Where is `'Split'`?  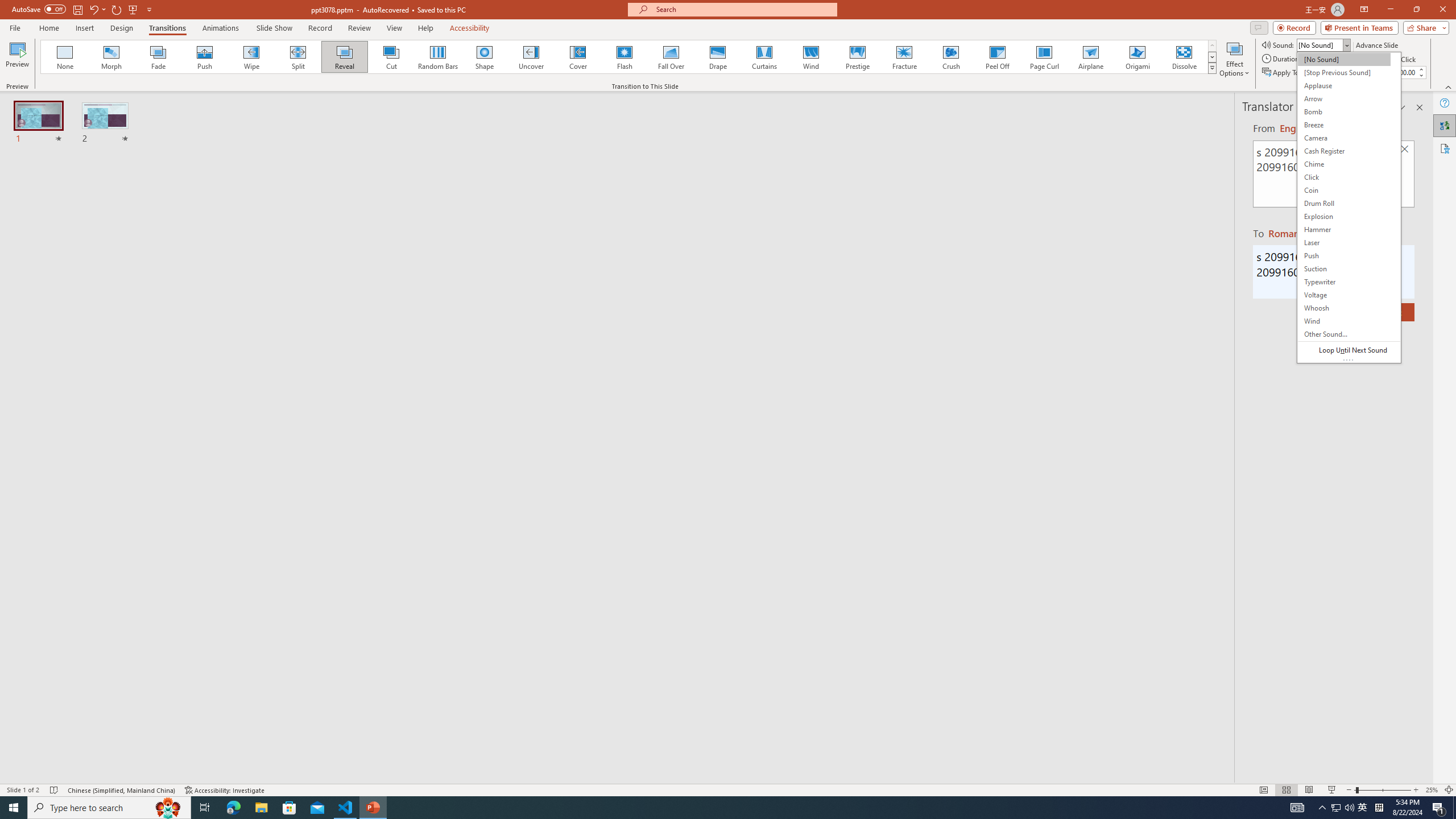
'Split' is located at coordinates (297, 56).